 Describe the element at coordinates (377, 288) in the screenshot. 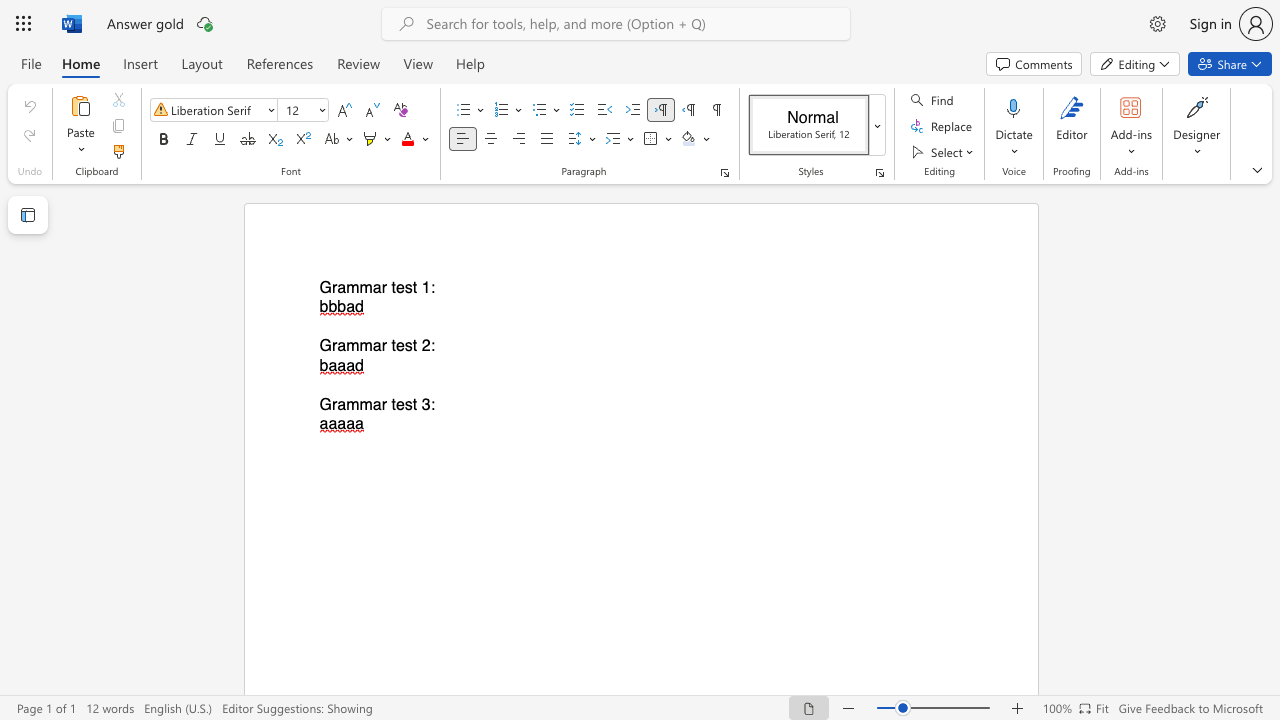

I see `the 2th character "a" in the text` at that location.